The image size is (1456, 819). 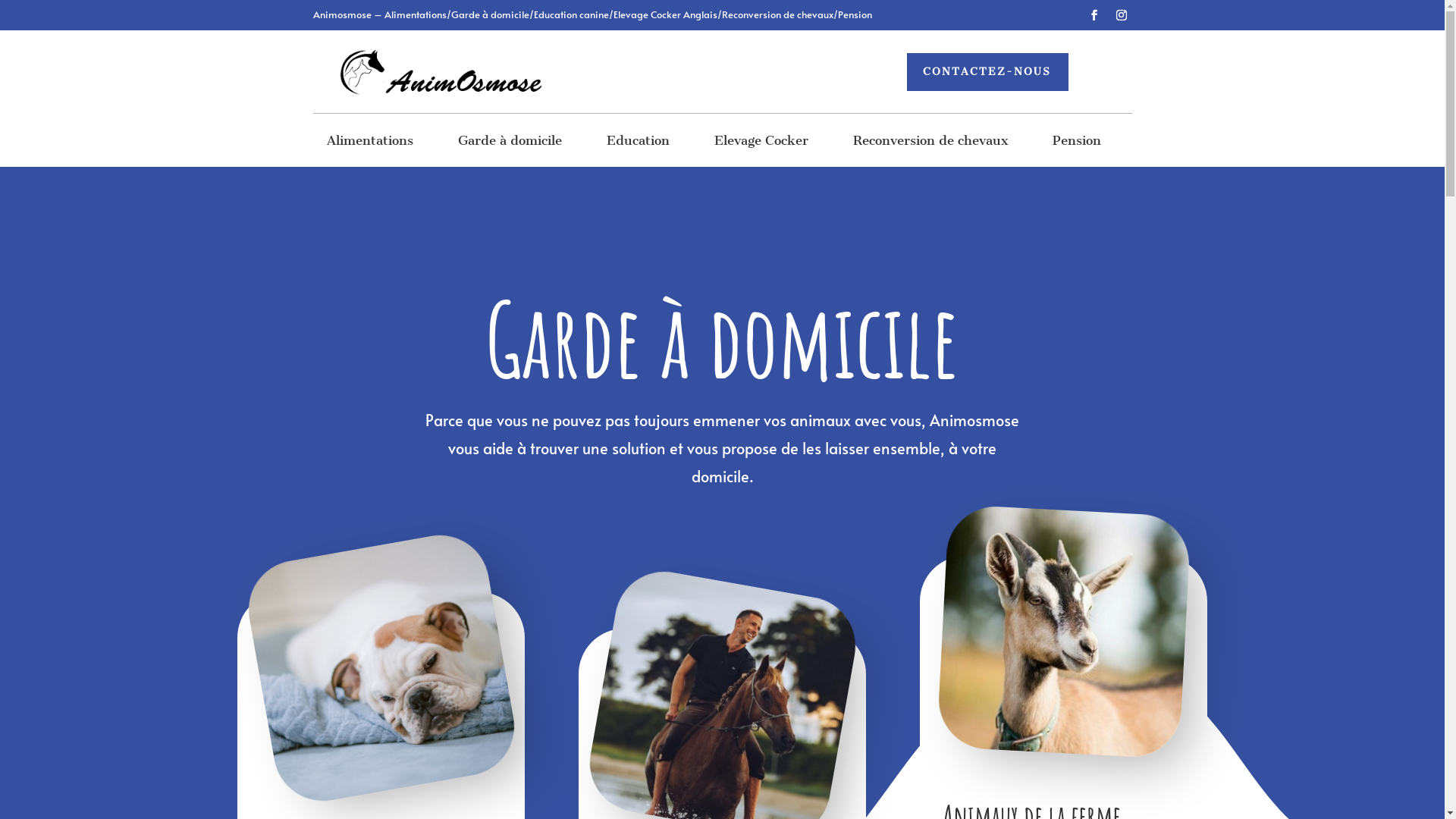 What do you see at coordinates (360, 648) in the screenshot?
I see `'dog-walker-24'` at bounding box center [360, 648].